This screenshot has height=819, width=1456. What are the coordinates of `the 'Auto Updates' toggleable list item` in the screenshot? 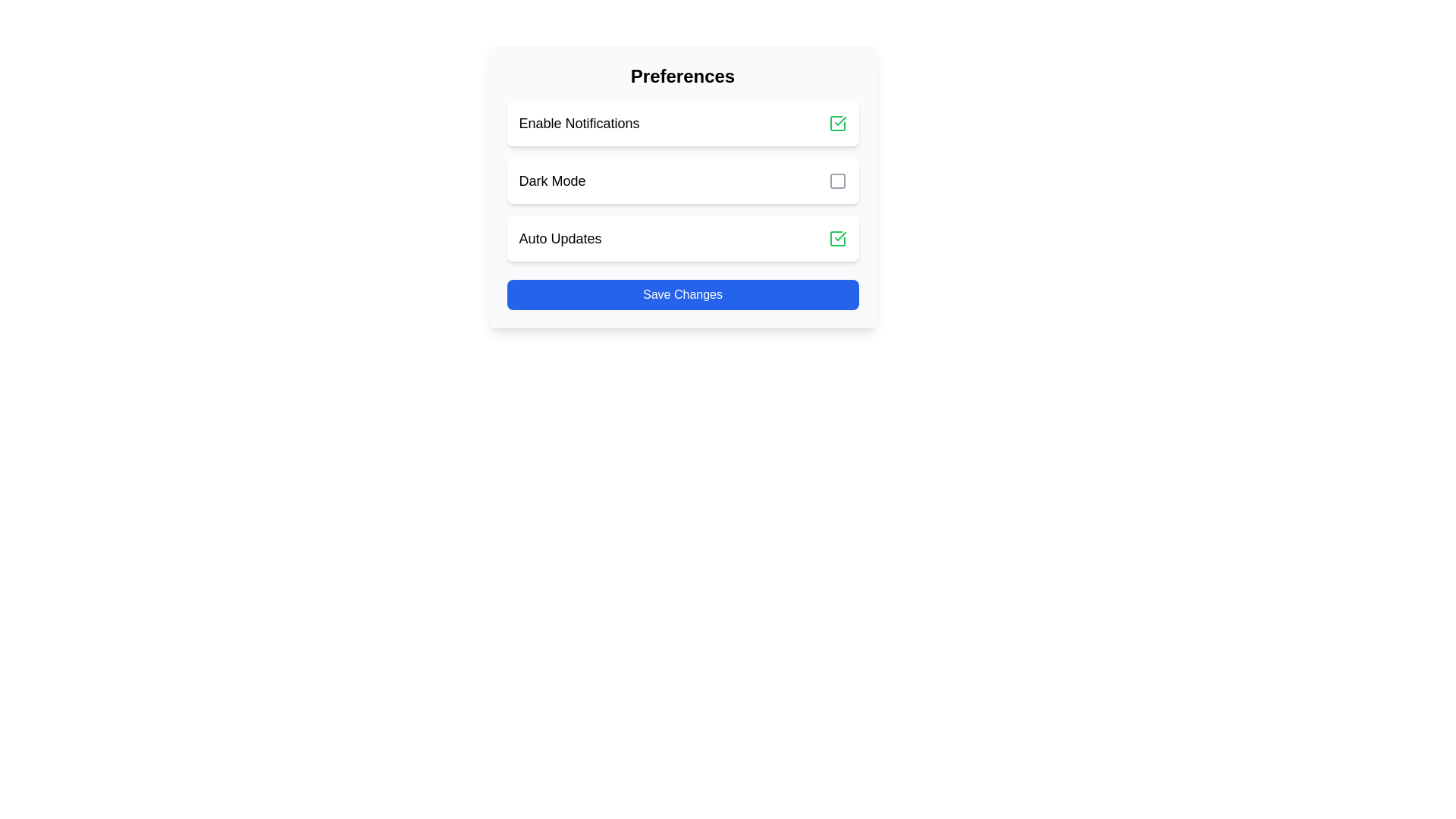 It's located at (682, 239).